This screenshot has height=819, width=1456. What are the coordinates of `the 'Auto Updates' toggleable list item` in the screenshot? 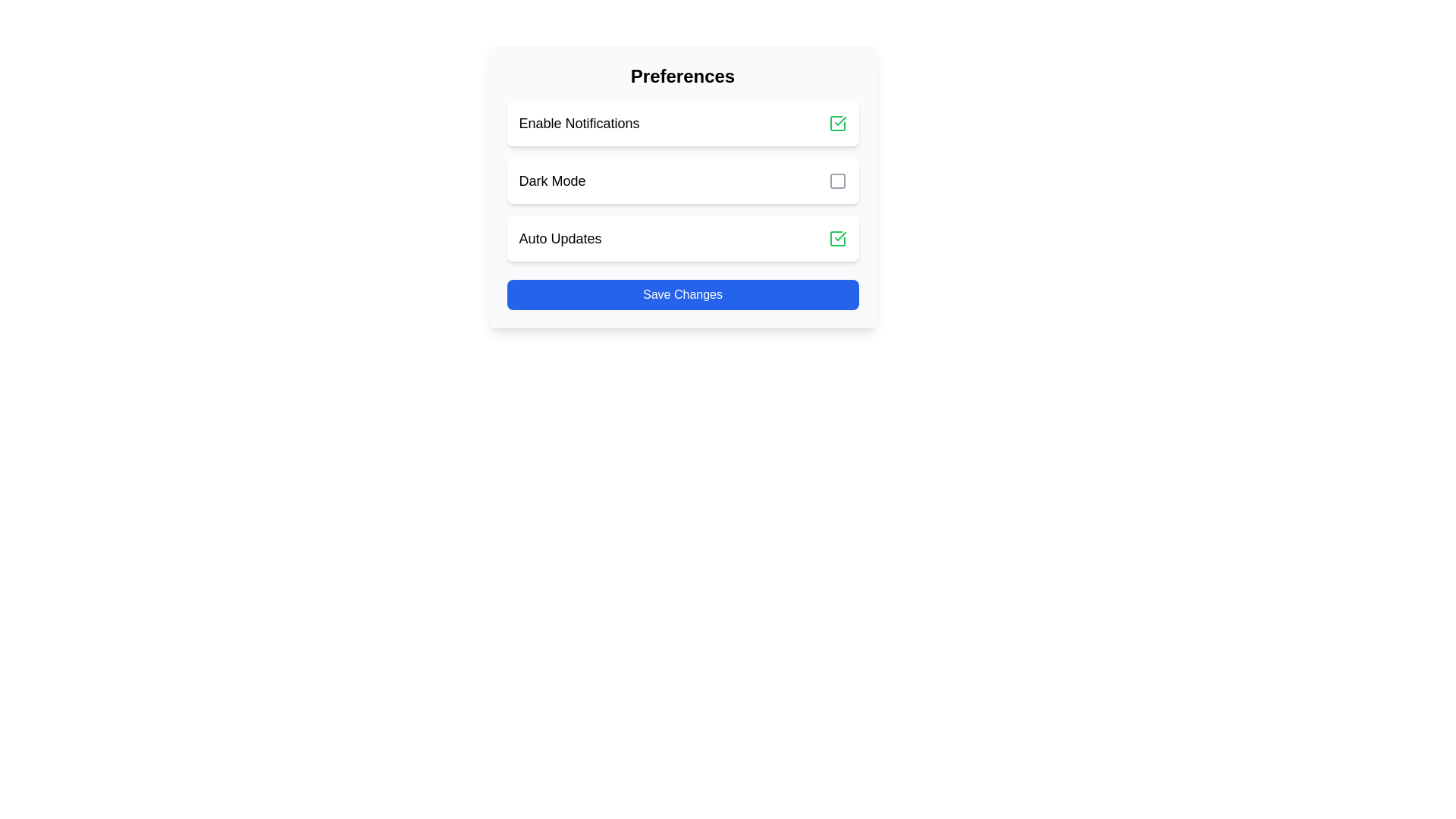 It's located at (682, 239).